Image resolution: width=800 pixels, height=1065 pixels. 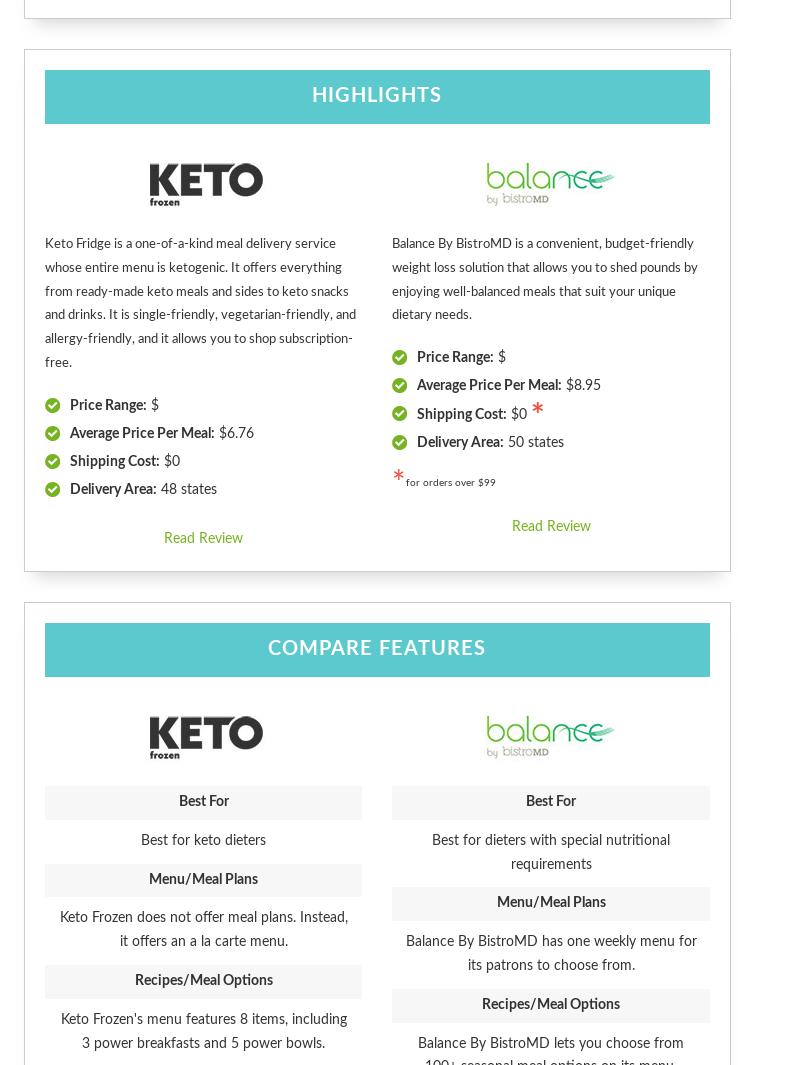 I want to click on 'Best for keto dieters', so click(x=203, y=839).